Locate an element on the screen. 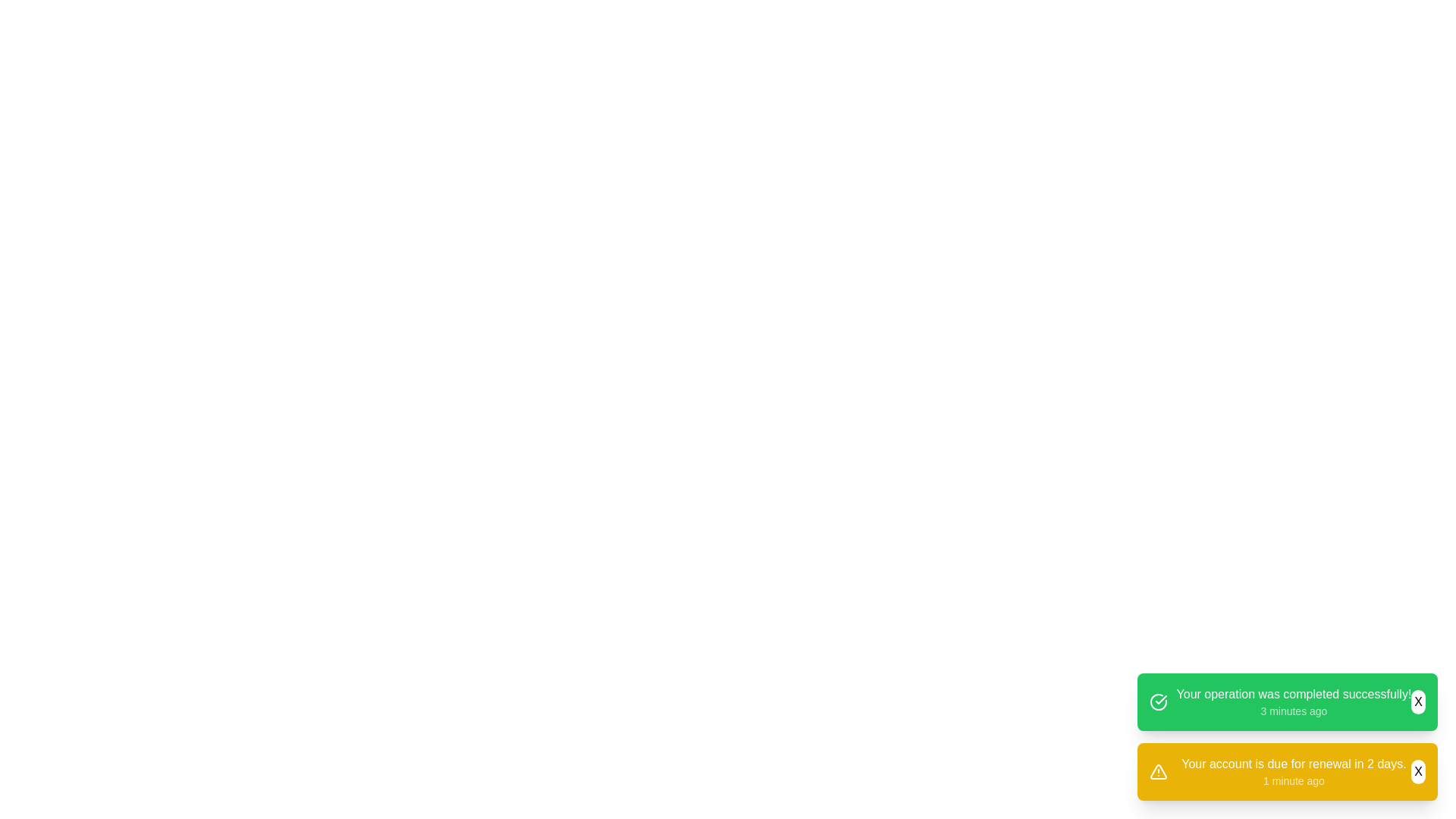 Image resolution: width=1456 pixels, height=819 pixels. close button of the notification with the message 'Your operation was completed successfully!' is located at coordinates (1417, 701).